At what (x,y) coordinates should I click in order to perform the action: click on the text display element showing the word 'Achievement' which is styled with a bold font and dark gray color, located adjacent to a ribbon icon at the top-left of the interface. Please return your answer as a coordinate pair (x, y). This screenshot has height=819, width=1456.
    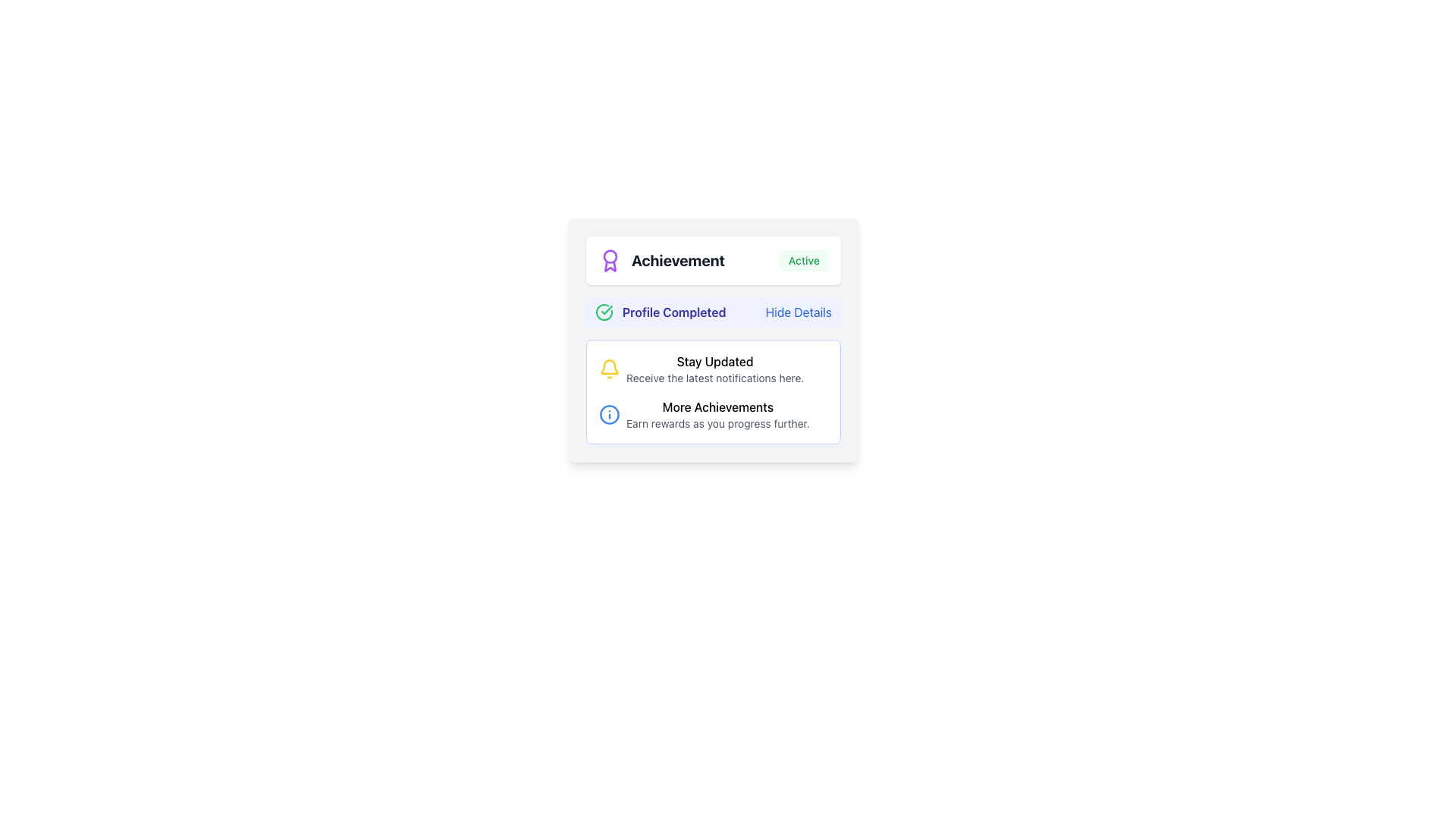
    Looking at the image, I should click on (677, 259).